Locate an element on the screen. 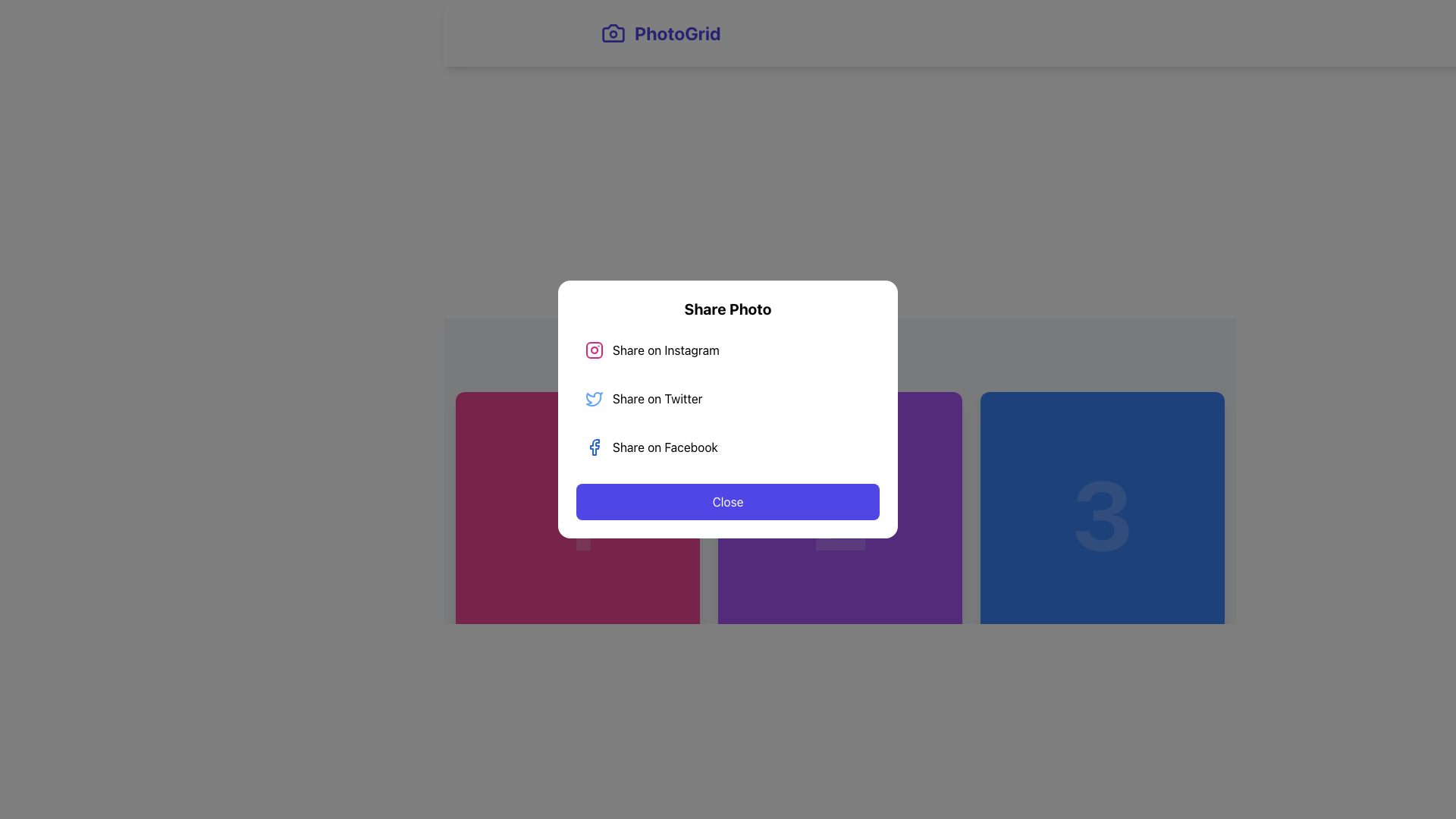 The image size is (1456, 819). the 'Share on Facebook' label in the 'Share Photo' modal, which is styled in a standard sans-serif font and is presented in black text color is located at coordinates (665, 447).